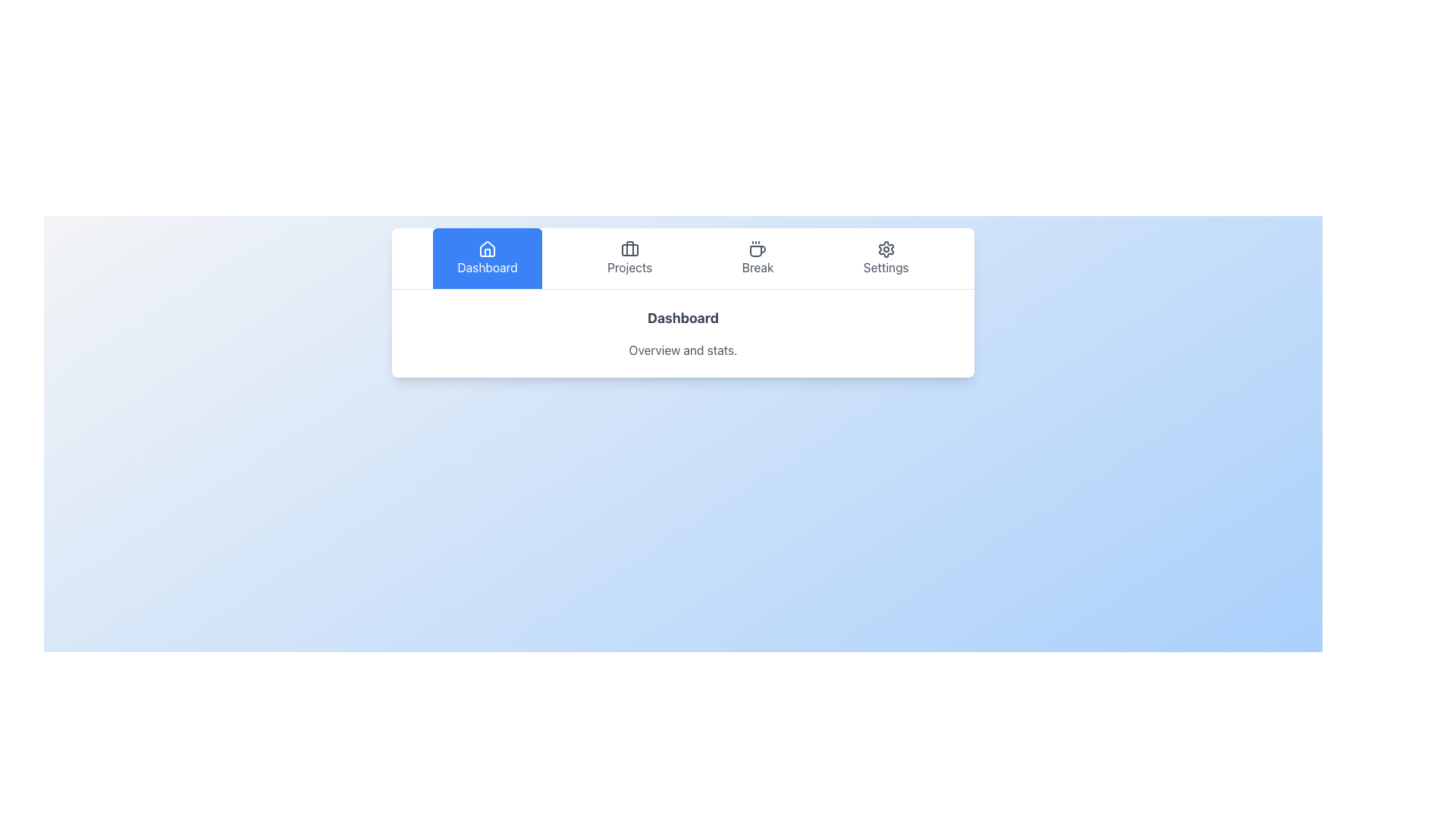  What do you see at coordinates (488, 248) in the screenshot?
I see `the navigational icon that represents access to the 'Dashboard' page` at bounding box center [488, 248].